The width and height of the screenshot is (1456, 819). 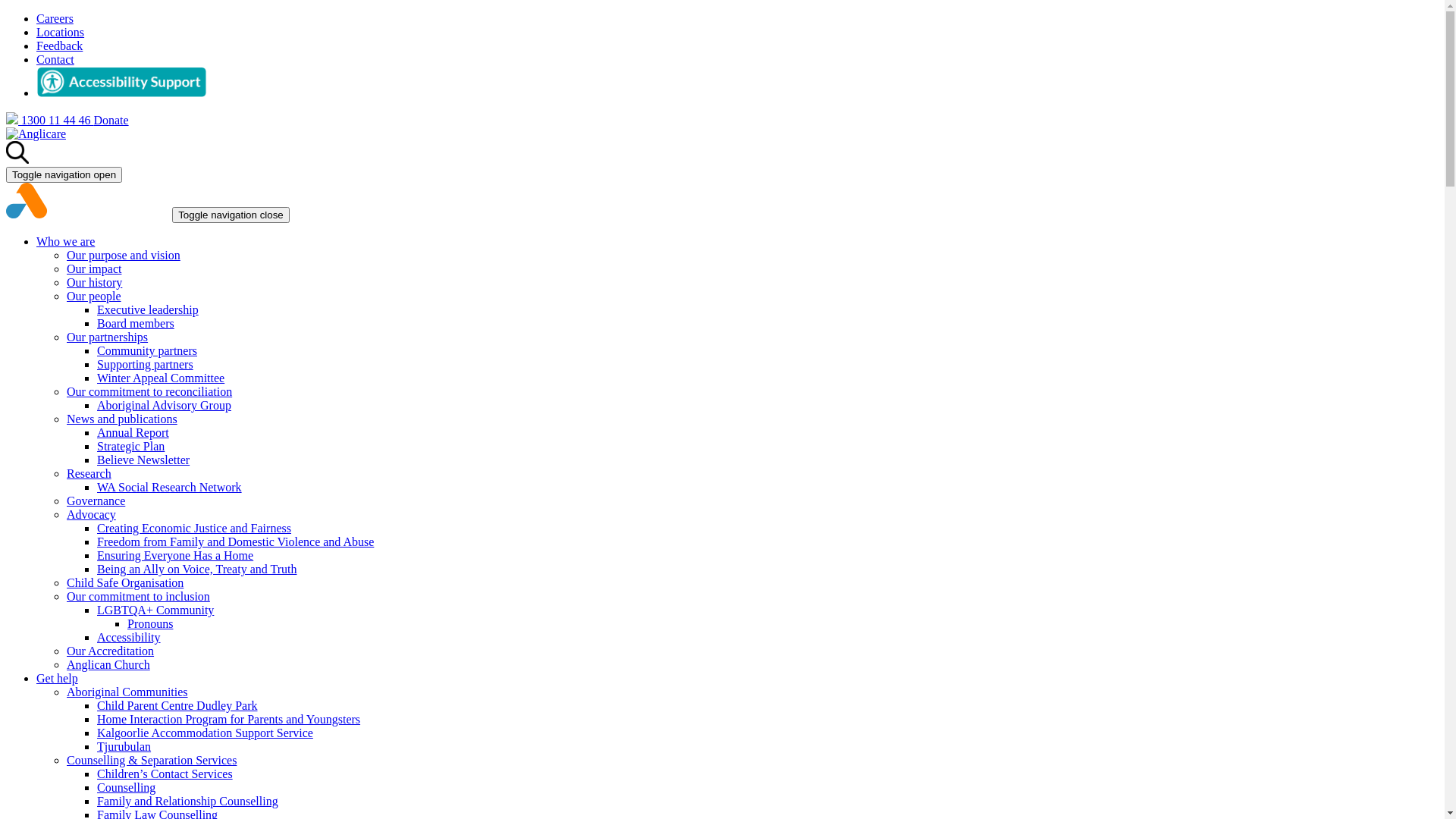 I want to click on 'Contact', so click(x=36, y=58).